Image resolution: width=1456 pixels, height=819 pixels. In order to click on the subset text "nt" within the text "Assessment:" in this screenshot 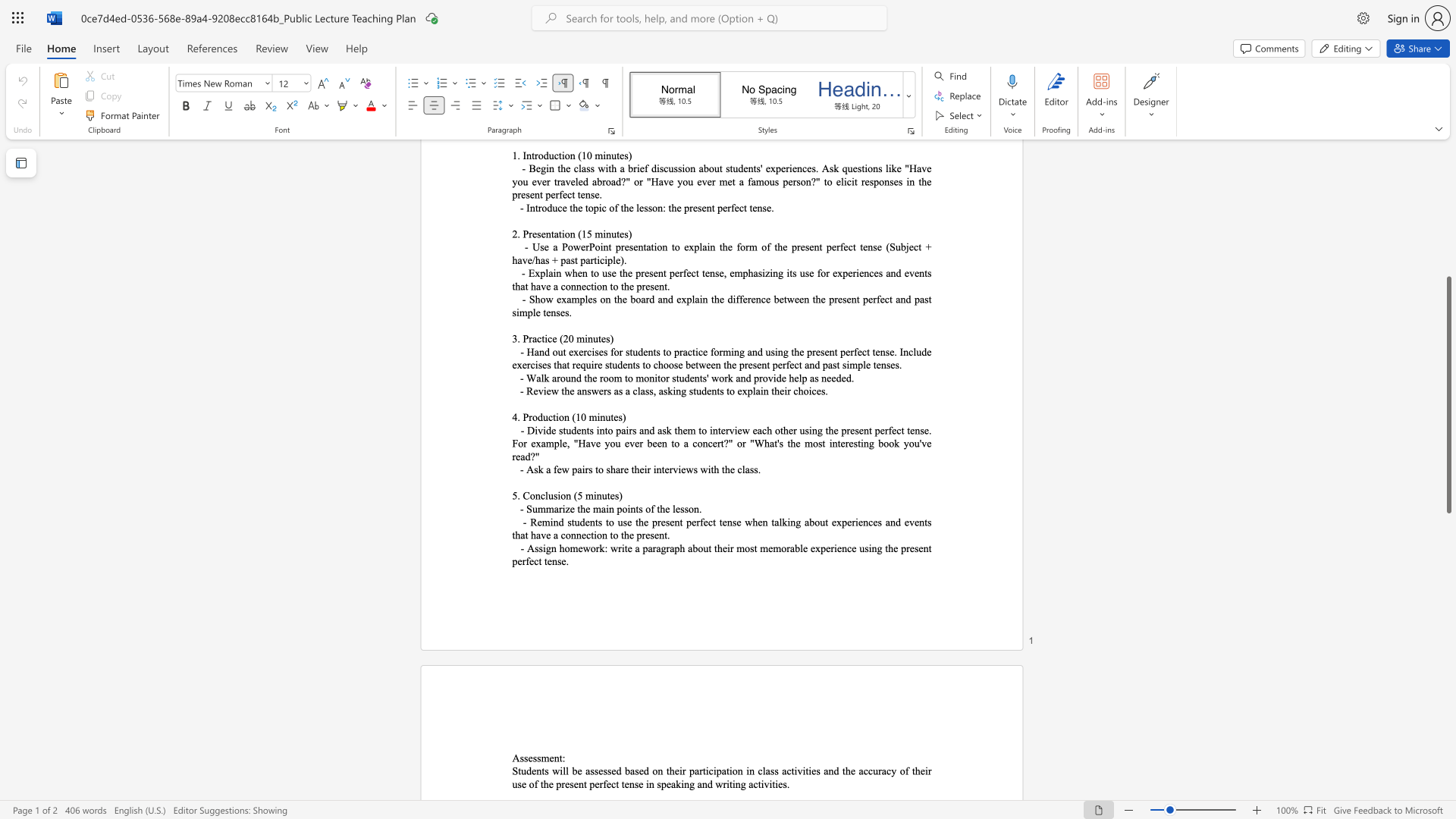, I will do `click(553, 758)`.